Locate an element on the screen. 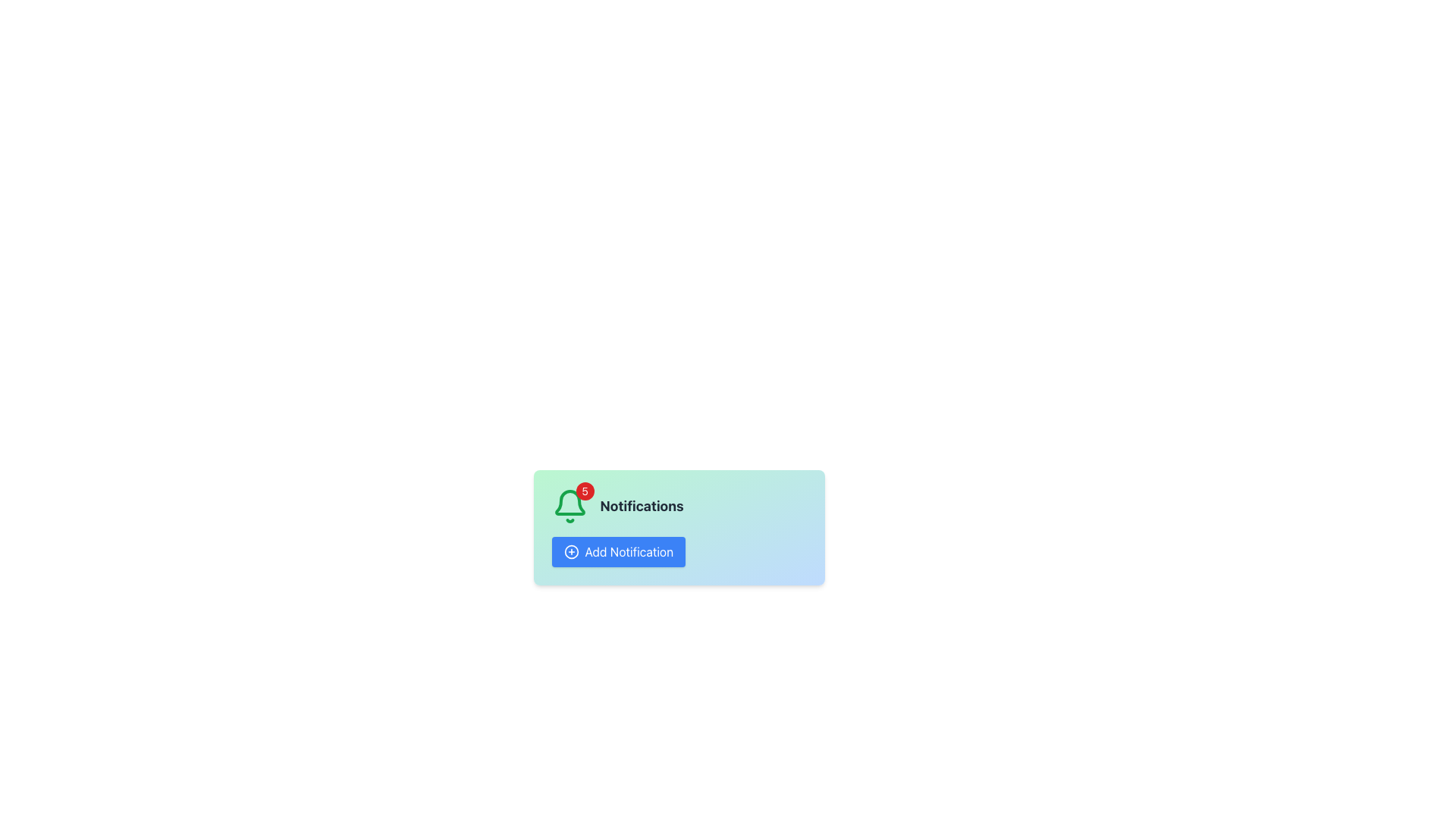 The height and width of the screenshot is (819, 1456). the 'Add Notification' button located in the lower section of the card, directly beneath the 'Notifications' text and icon group, to observe a styling change is located at coordinates (618, 552).